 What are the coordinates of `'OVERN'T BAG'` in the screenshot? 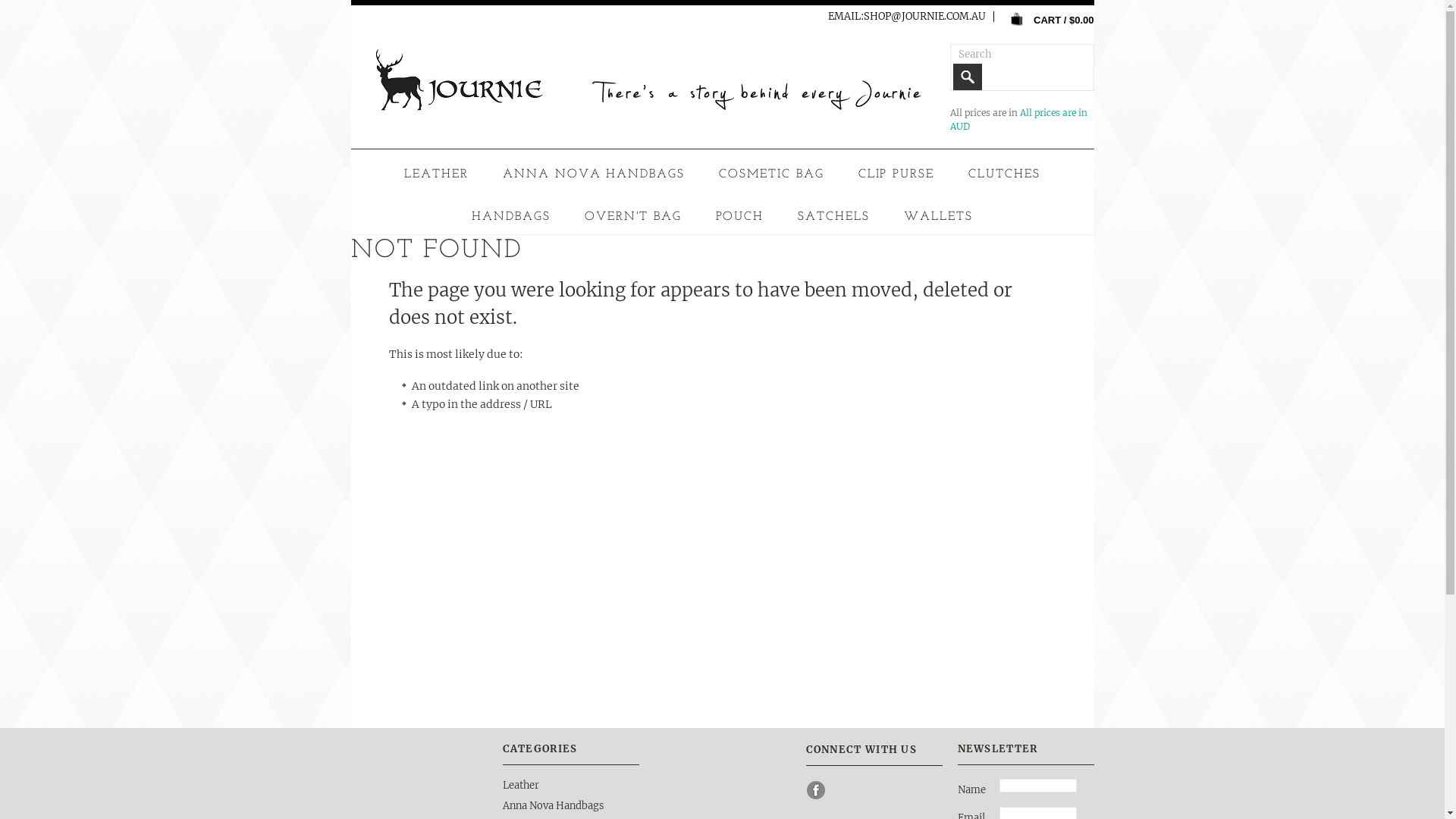 It's located at (633, 216).